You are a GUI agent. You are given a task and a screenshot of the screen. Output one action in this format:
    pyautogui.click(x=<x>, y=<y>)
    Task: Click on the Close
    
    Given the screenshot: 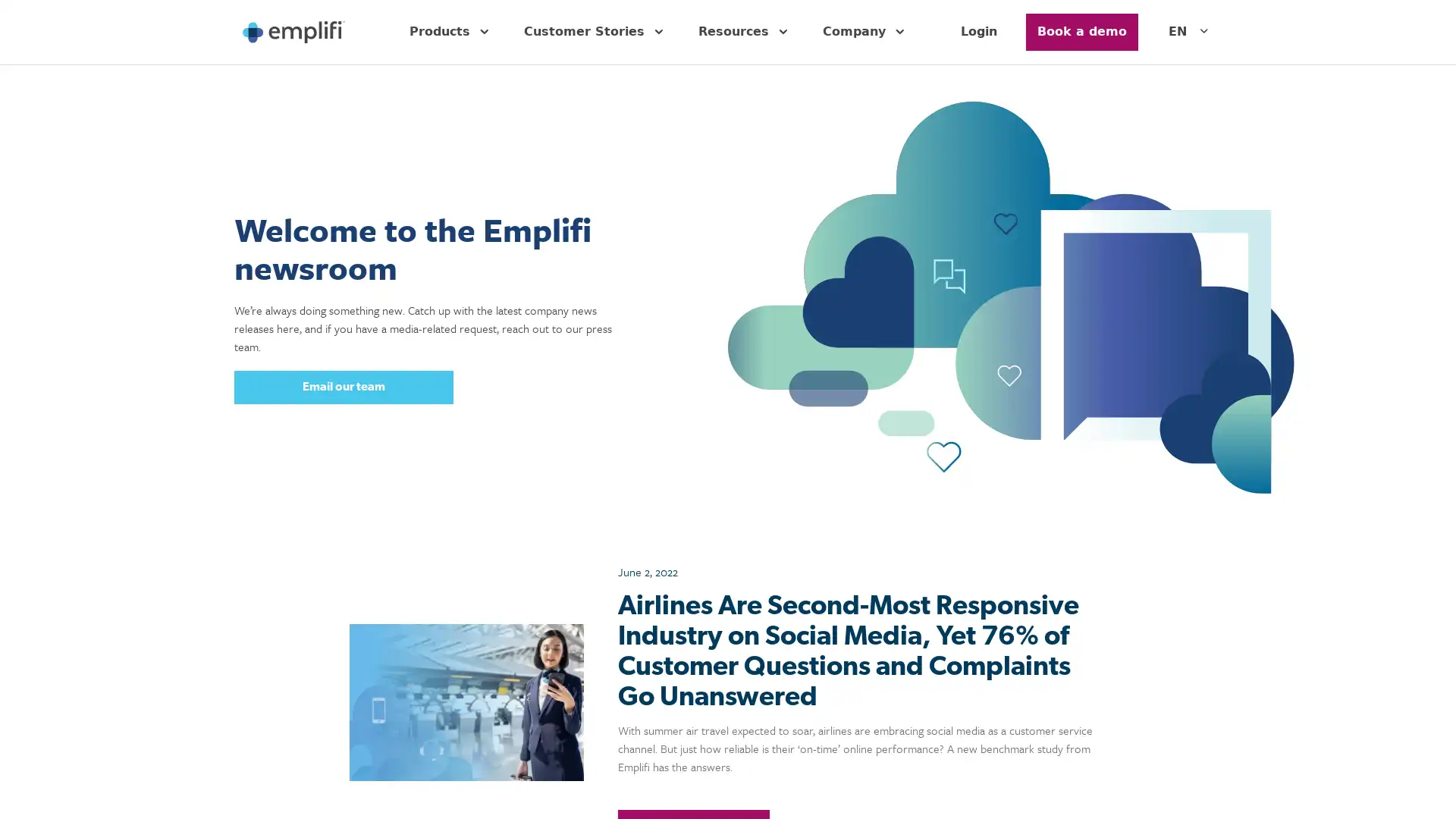 What is the action you would take?
    pyautogui.click(x=1430, y=785)
    